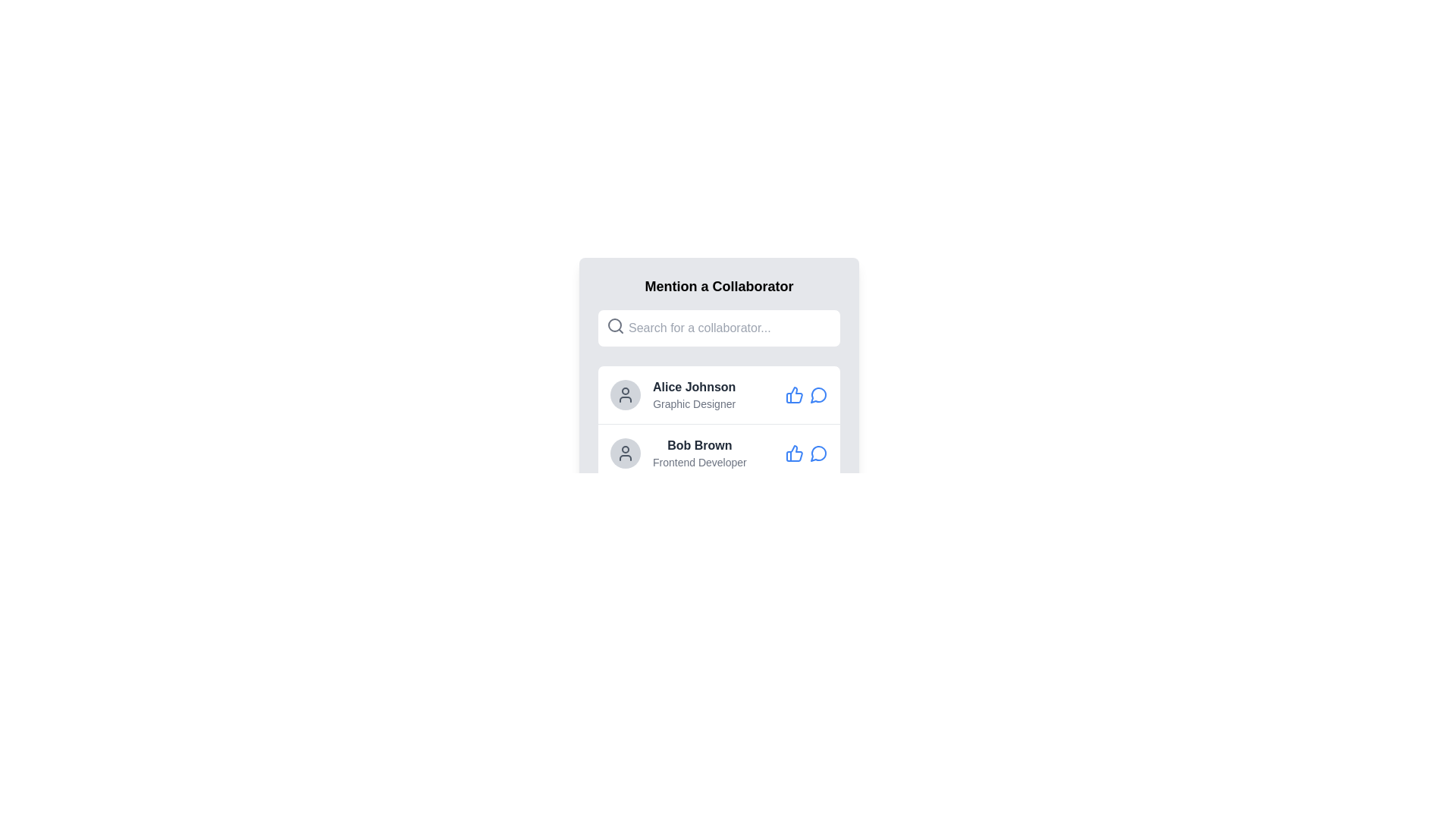 Image resolution: width=1456 pixels, height=819 pixels. Describe the element at coordinates (806, 394) in the screenshot. I see `the horizontal action group containing the thumbs-up and speech bubble icons for 'Alice Johnson, Graphic Designer'` at that location.